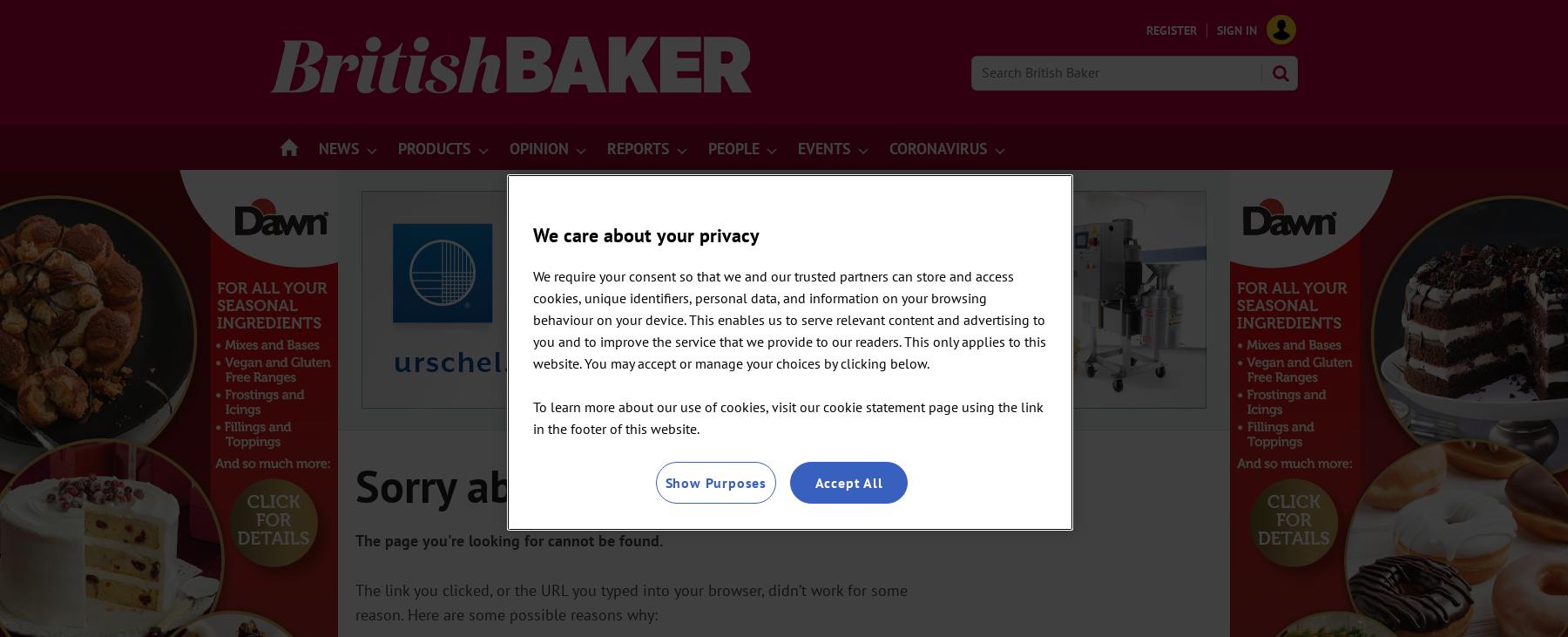 Image resolution: width=1568 pixels, height=637 pixels. Describe the element at coordinates (733, 148) in the screenshot. I see `'People'` at that location.